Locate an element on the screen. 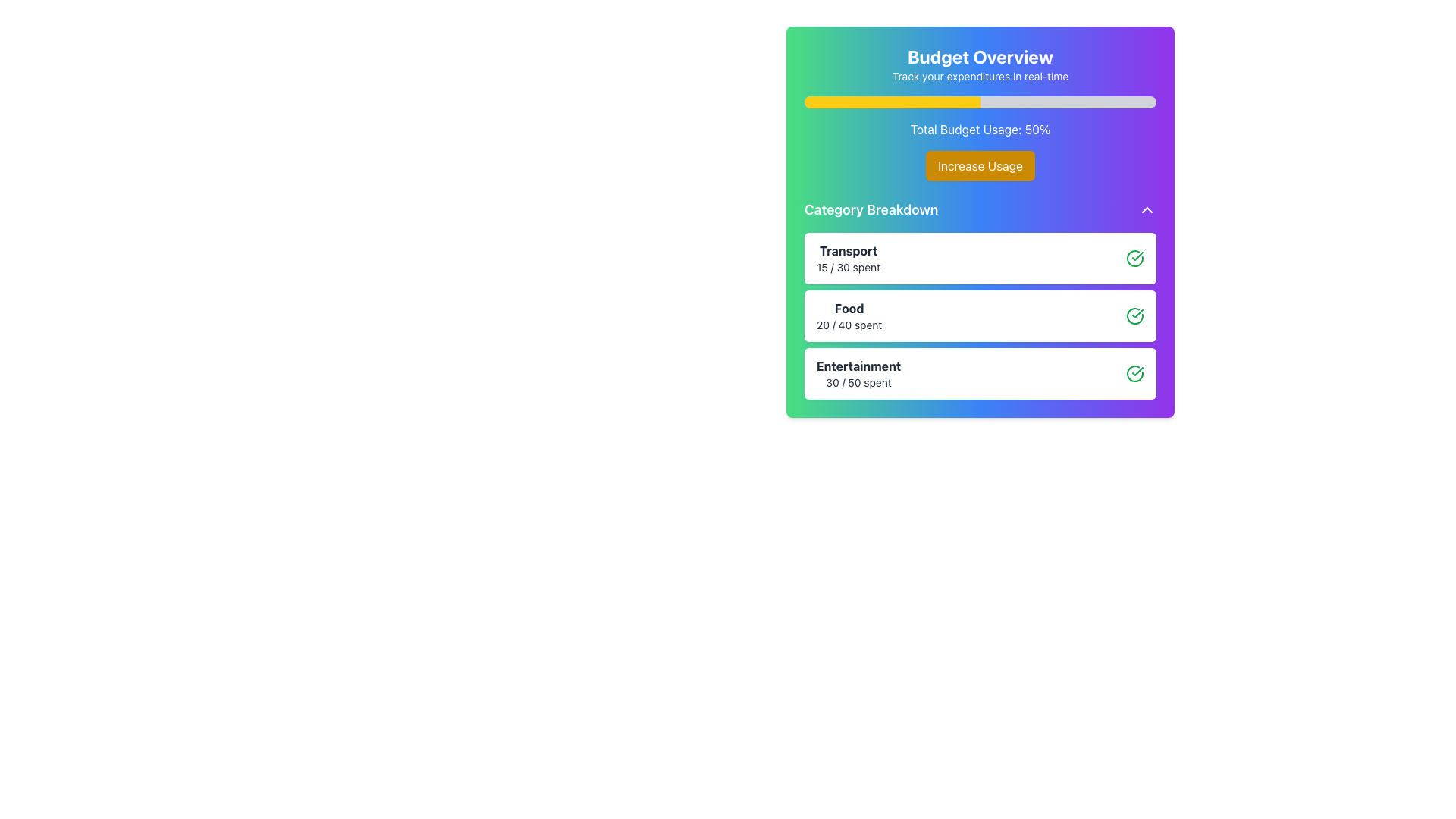  the static text label for the 'Food' expense category, which is the second item in the 'Category Breakdown' section, positioned between 'Transport' and 'Entertainment' is located at coordinates (849, 308).